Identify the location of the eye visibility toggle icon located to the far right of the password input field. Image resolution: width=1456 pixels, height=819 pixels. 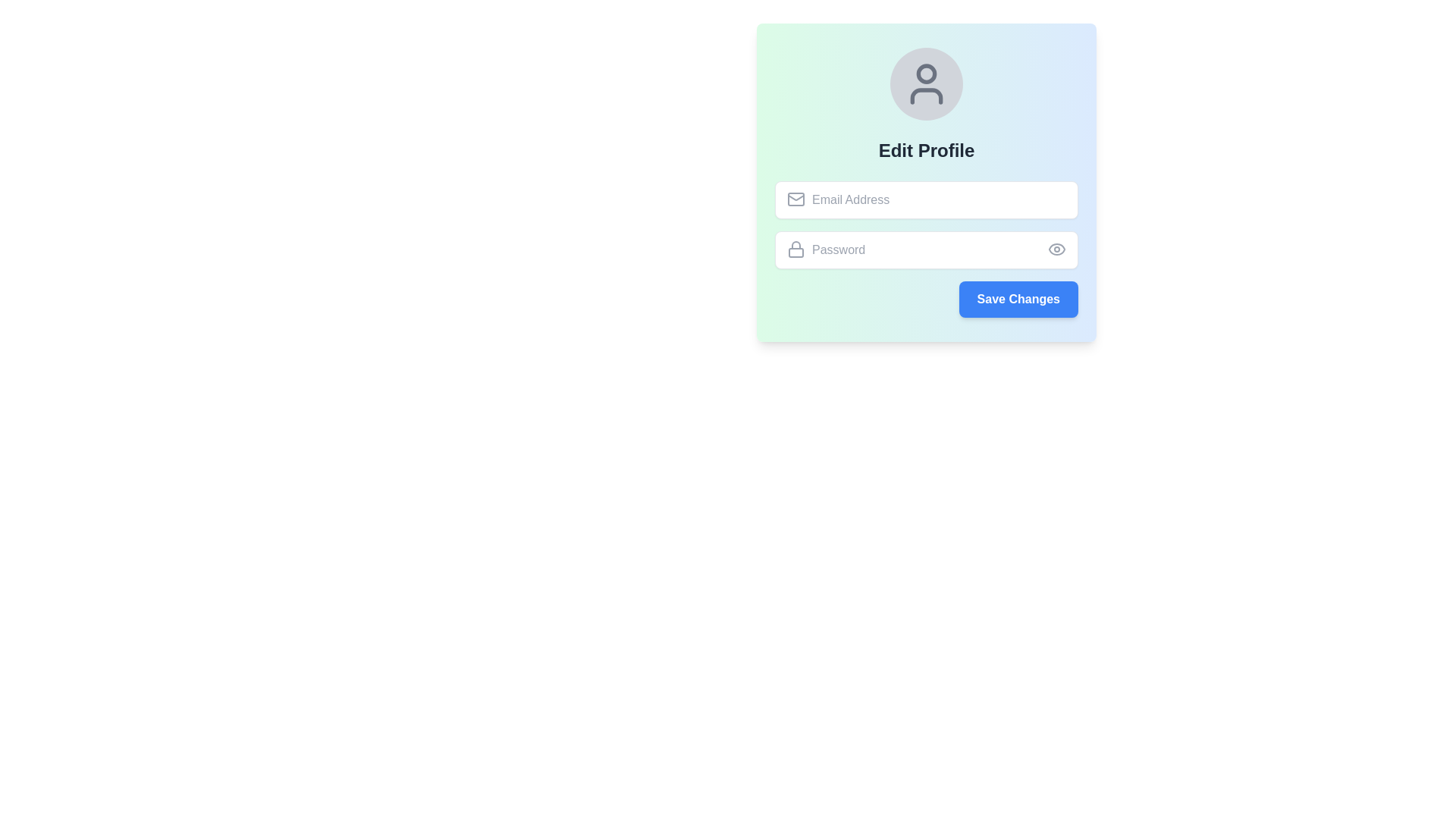
(1056, 248).